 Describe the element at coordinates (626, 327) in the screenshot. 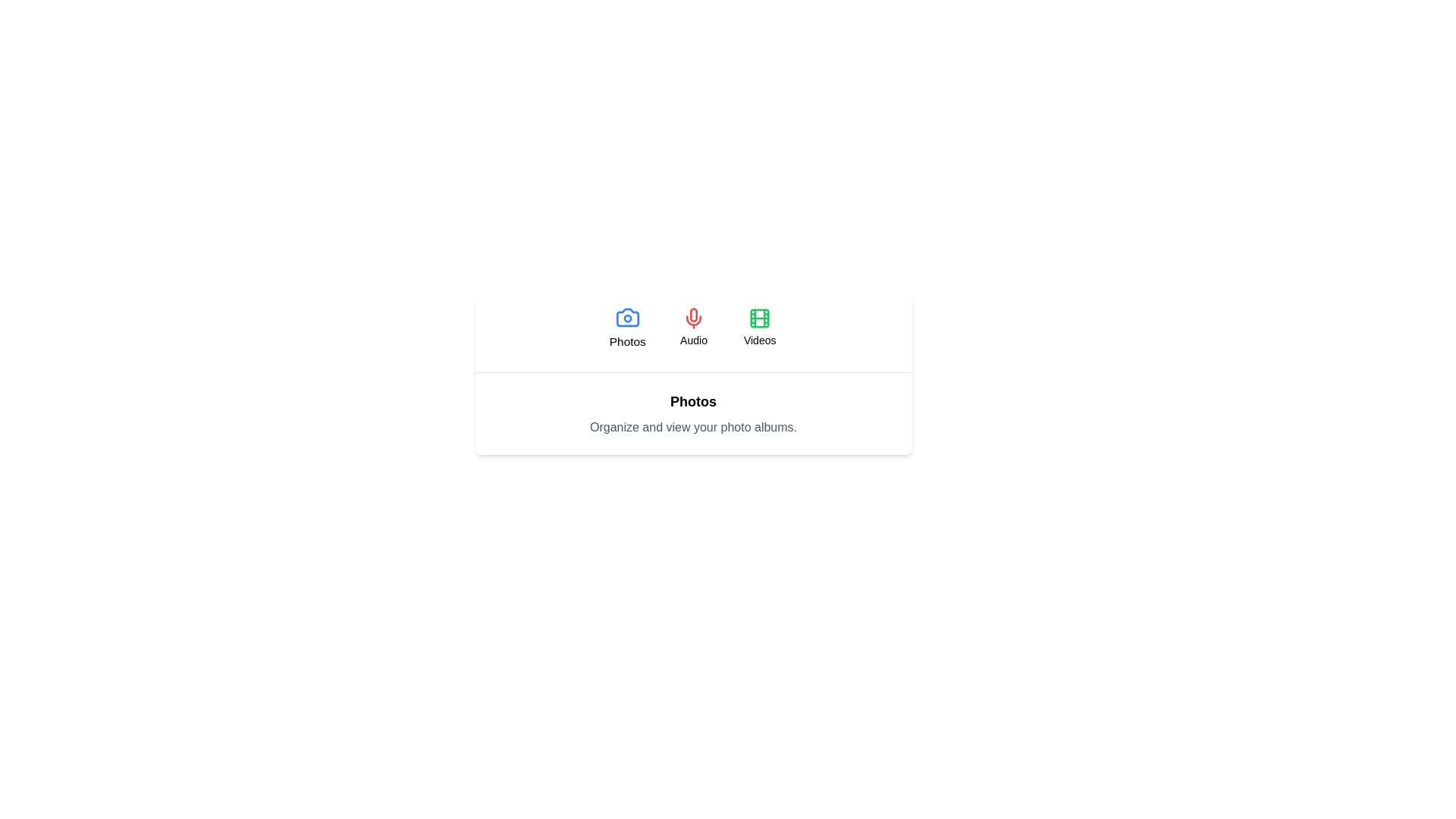

I see `the Photos tab button to activate it` at that location.